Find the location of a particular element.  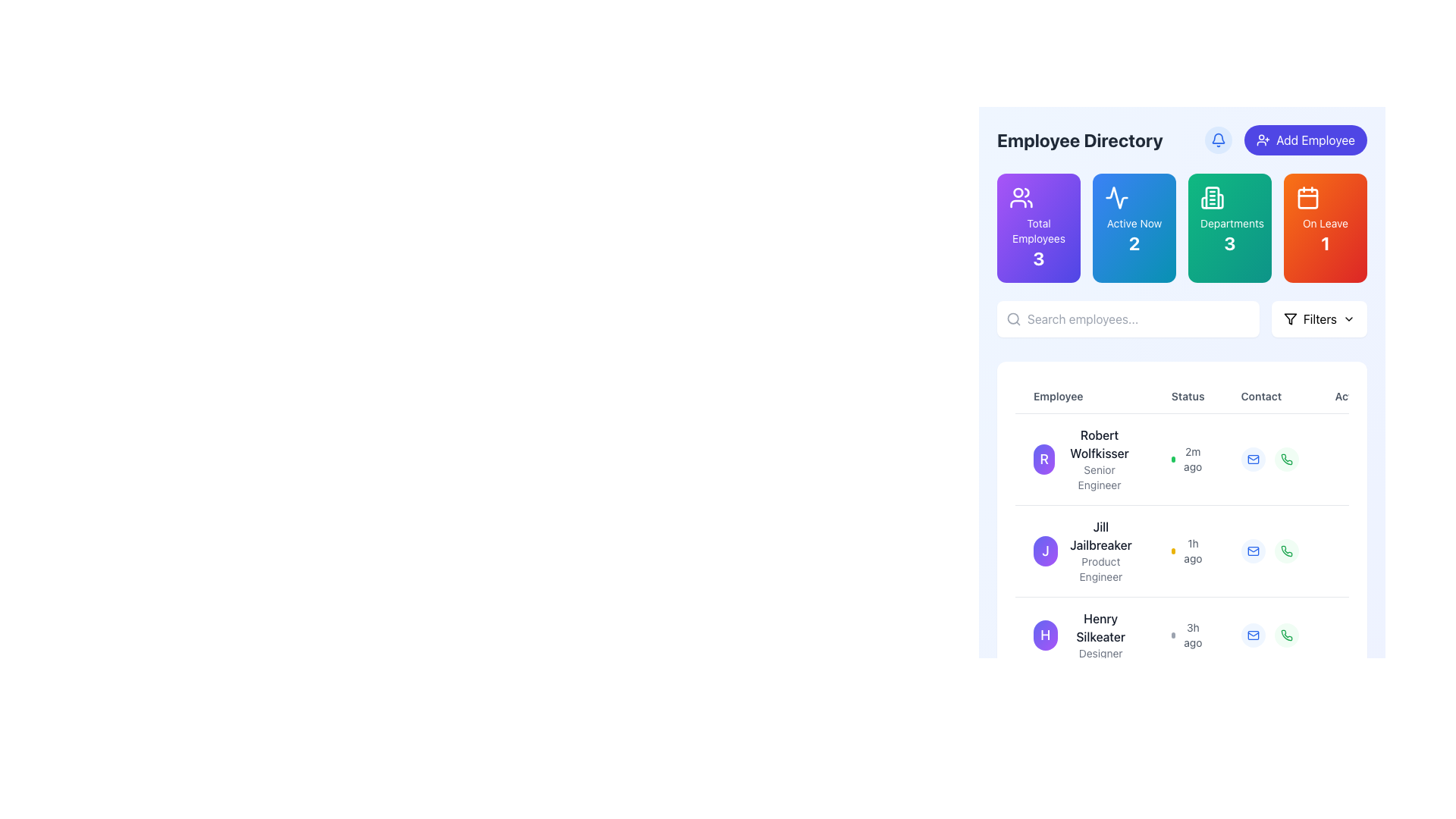

the label indicating 'Total Employees' located in the first card of the dashboard interface, positioned above the number '3' and below the user icon is located at coordinates (1037, 231).